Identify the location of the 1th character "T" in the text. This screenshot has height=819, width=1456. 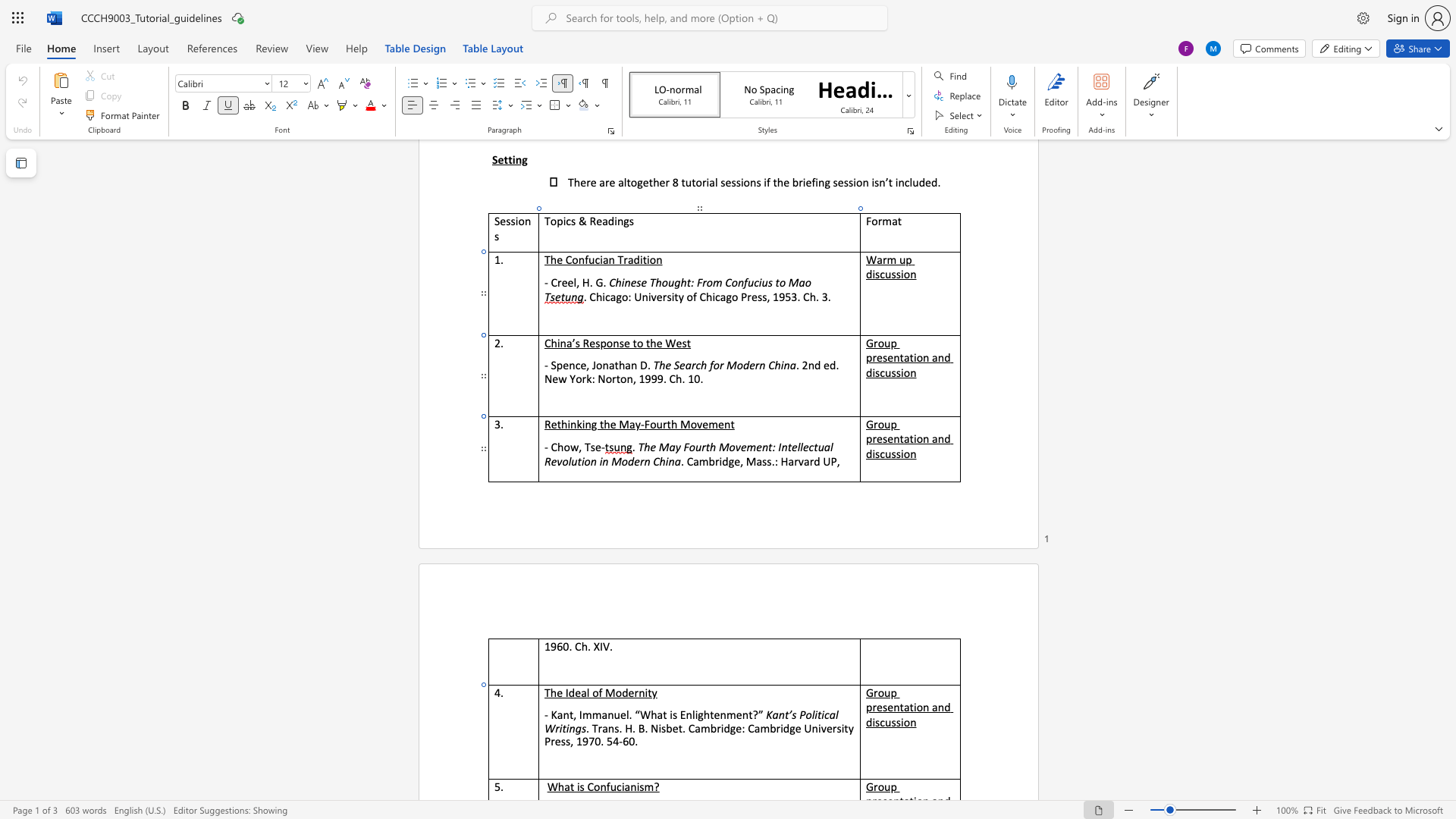
(586, 446).